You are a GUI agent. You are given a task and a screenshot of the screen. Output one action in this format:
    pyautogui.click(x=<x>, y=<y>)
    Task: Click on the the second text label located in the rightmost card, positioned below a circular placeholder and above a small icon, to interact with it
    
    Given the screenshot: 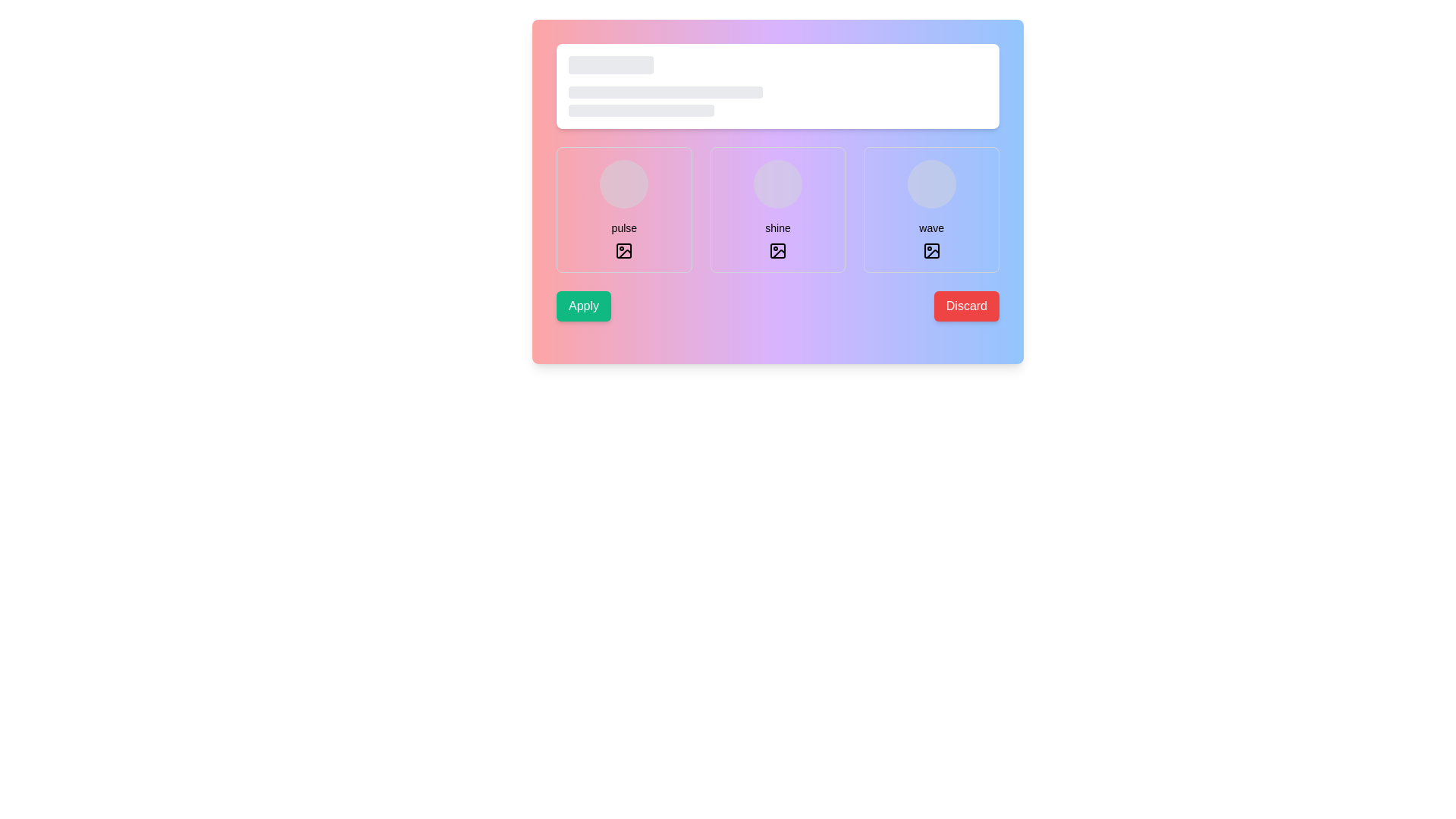 What is the action you would take?
    pyautogui.click(x=930, y=227)
    